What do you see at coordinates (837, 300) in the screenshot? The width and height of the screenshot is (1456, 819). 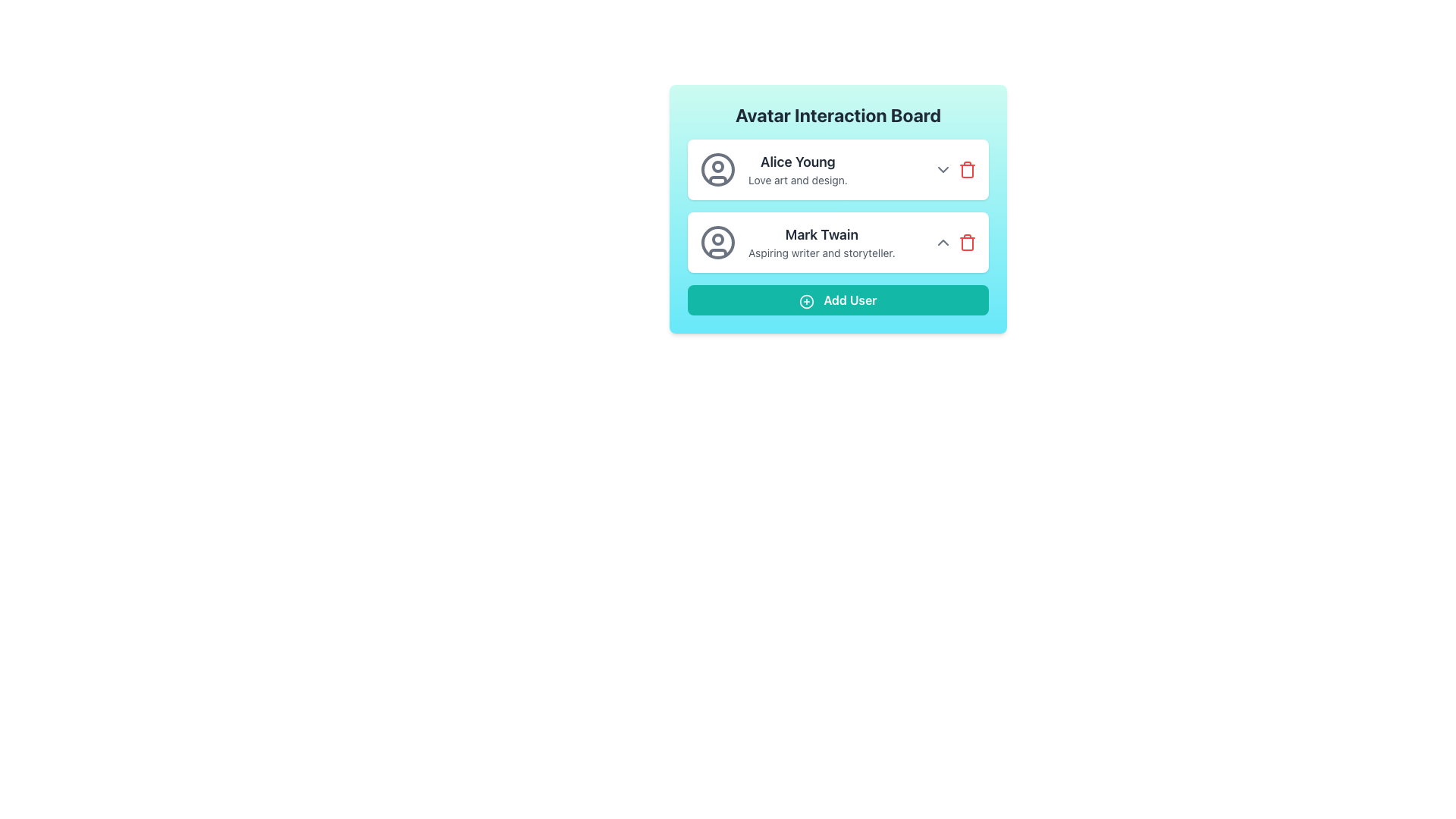 I see `the button located at the bottom of the 'Avatar Interaction Board' card to initiate the user addition process` at bounding box center [837, 300].